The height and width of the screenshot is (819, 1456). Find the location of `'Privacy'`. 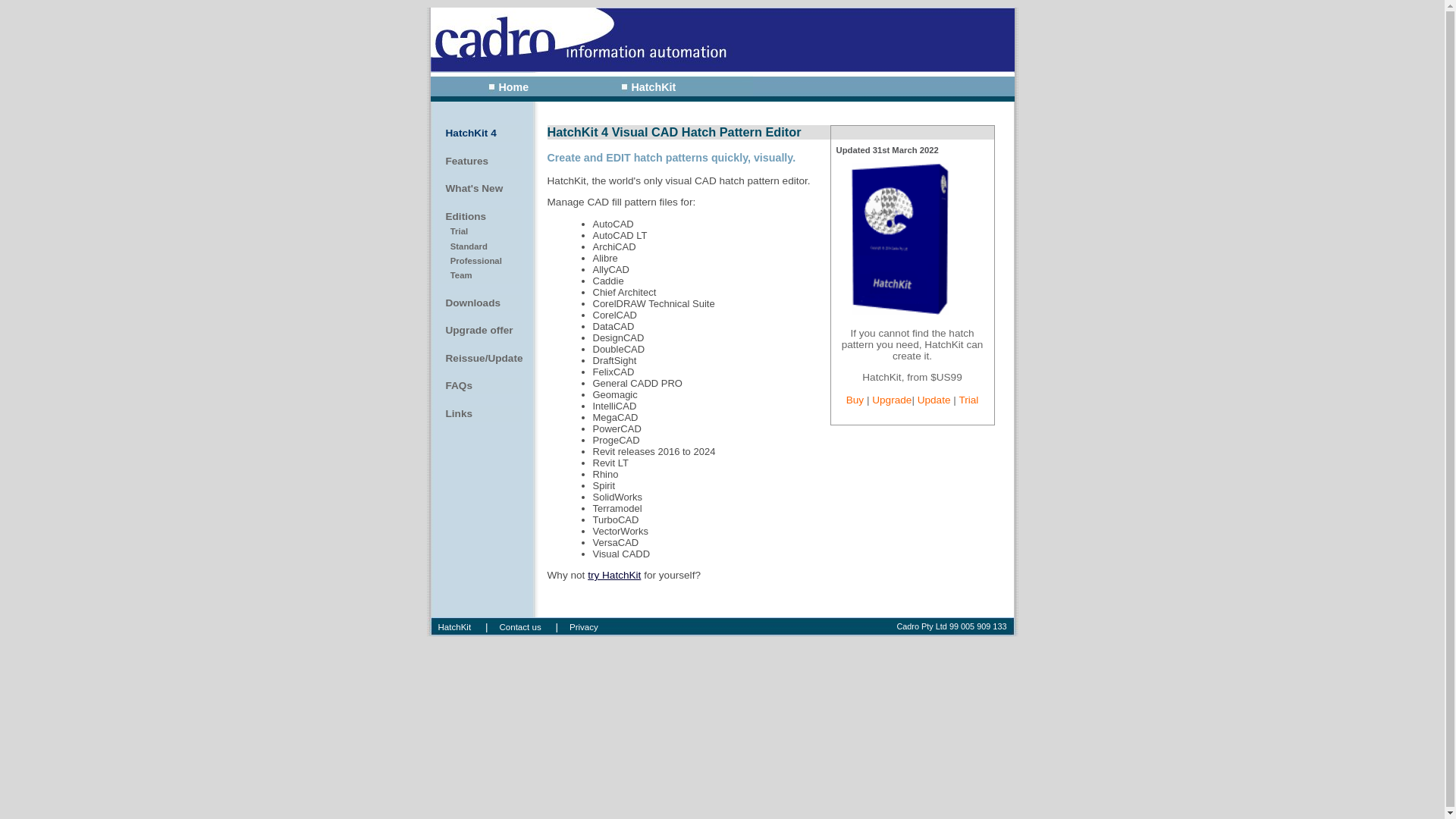

'Privacy' is located at coordinates (582, 626).